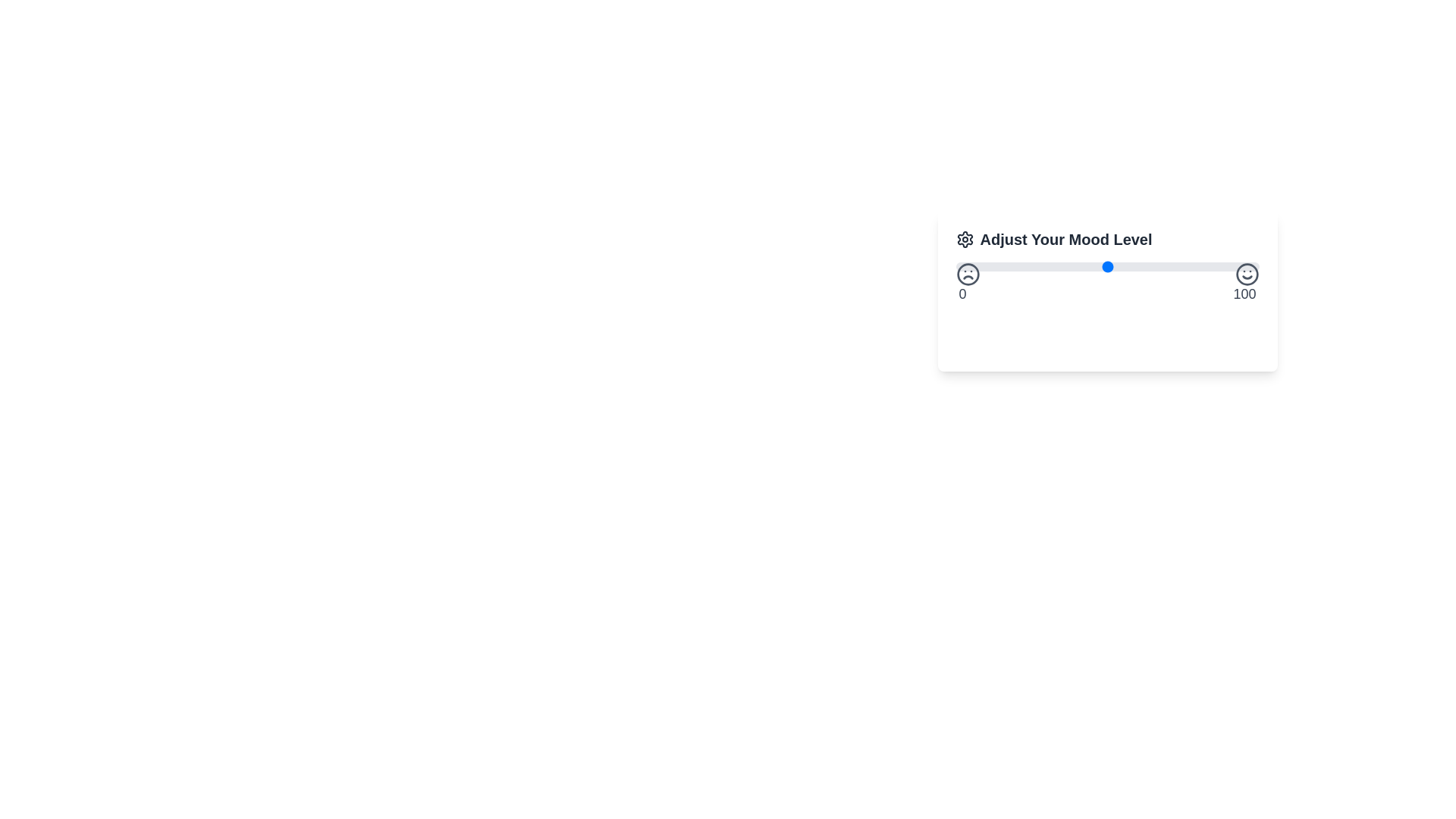 The height and width of the screenshot is (819, 1456). I want to click on the small, gray, circular icon depicting a sad face located on the leftmost side of the horizontal mood slider, adjacent to the numeric value '0', so click(967, 275).